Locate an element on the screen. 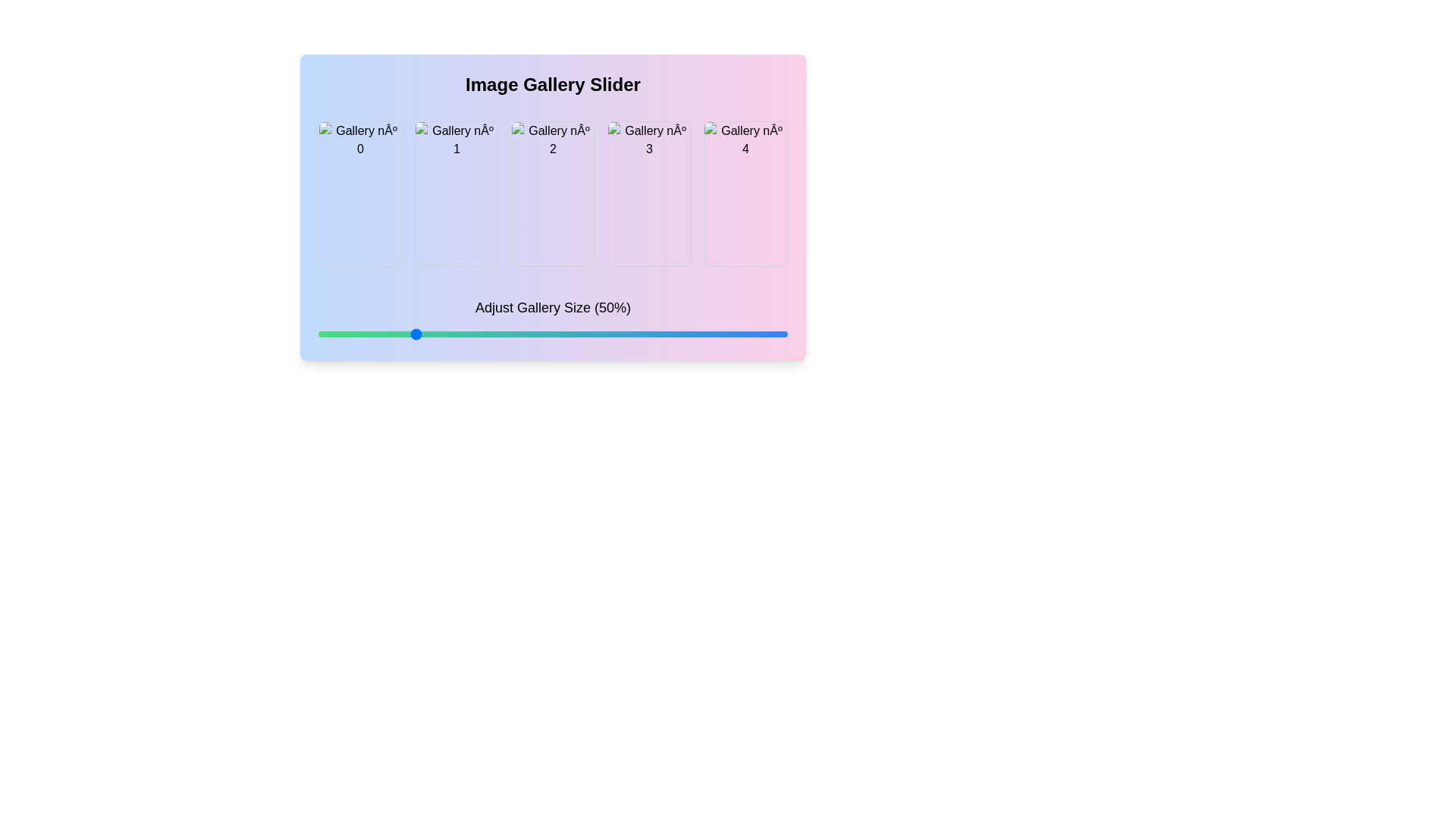  the gallery size slider to 135% is located at coordinates (731, 333).